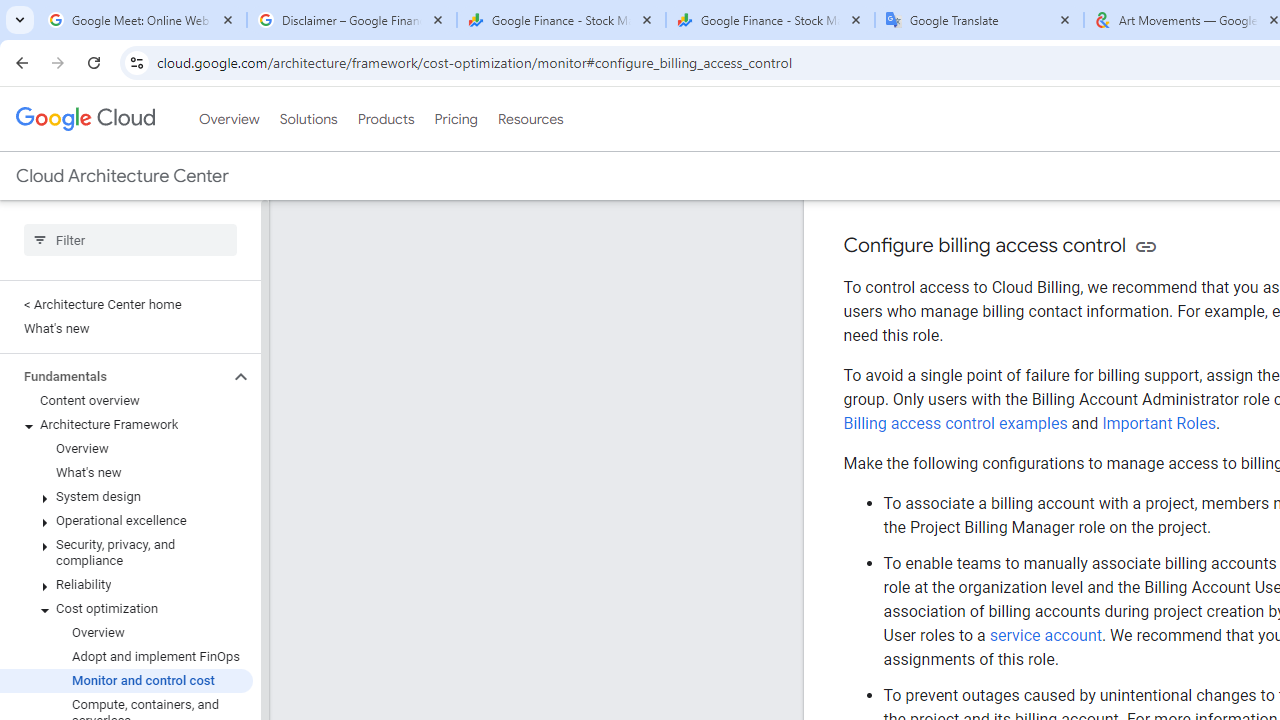  Describe the element at coordinates (1145, 245) in the screenshot. I see `'Copy link to this section: Configure billing access control'` at that location.